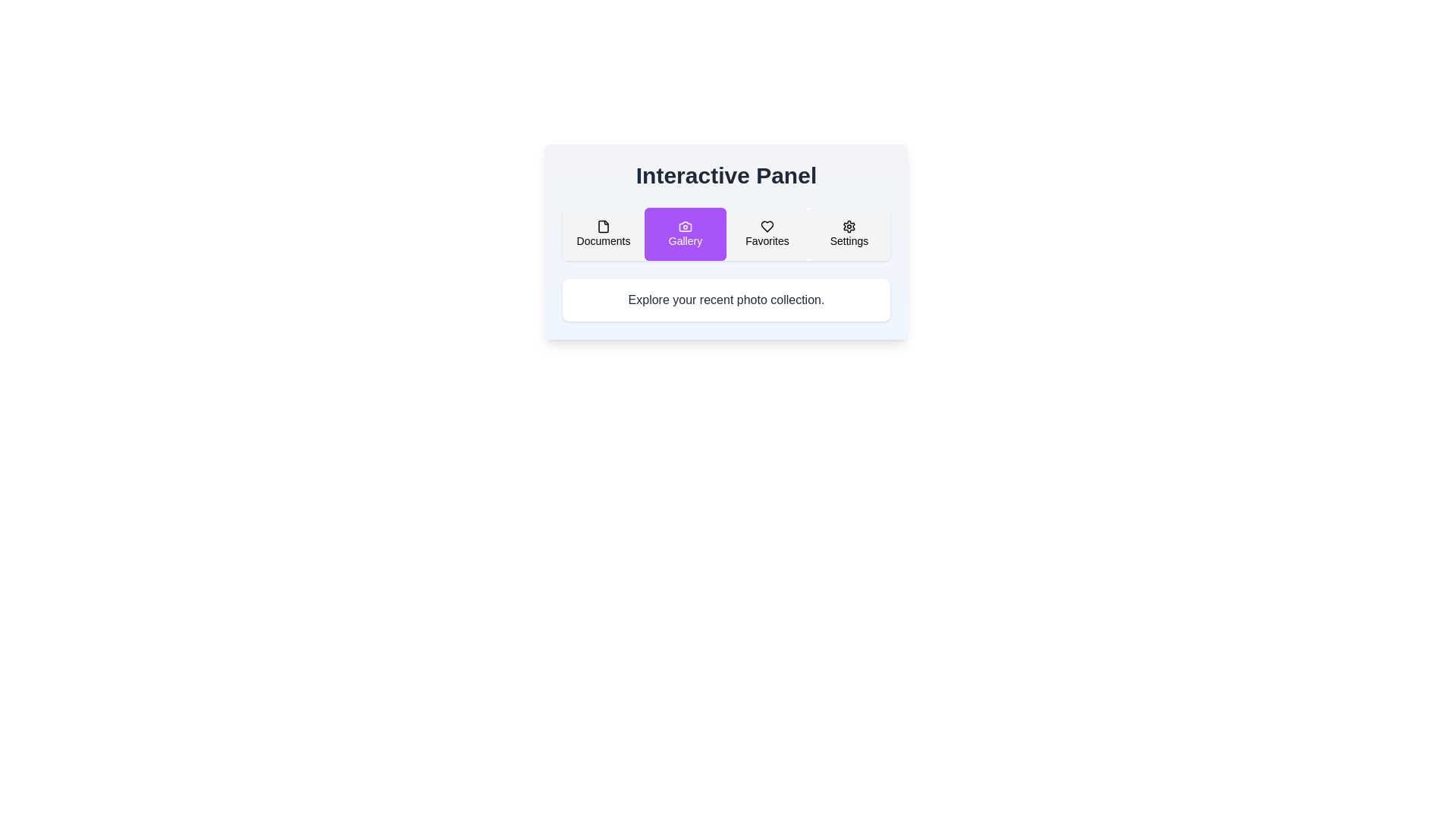  Describe the element at coordinates (603, 234) in the screenshot. I see `the 'Documents' navigation button to observe a background color change` at that location.